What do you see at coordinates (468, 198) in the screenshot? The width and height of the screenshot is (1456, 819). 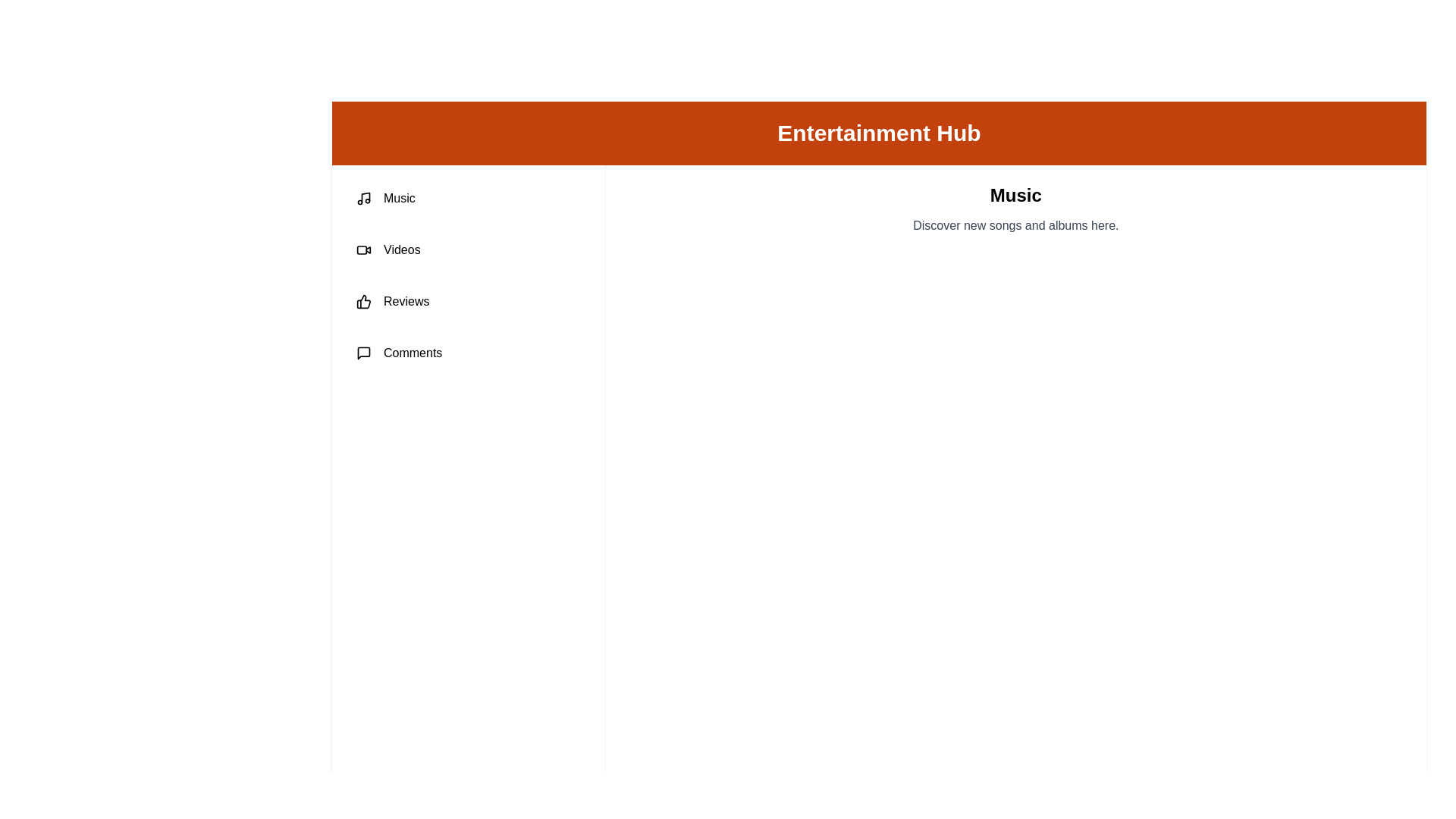 I see `the tab labeled Music from the tab list` at bounding box center [468, 198].